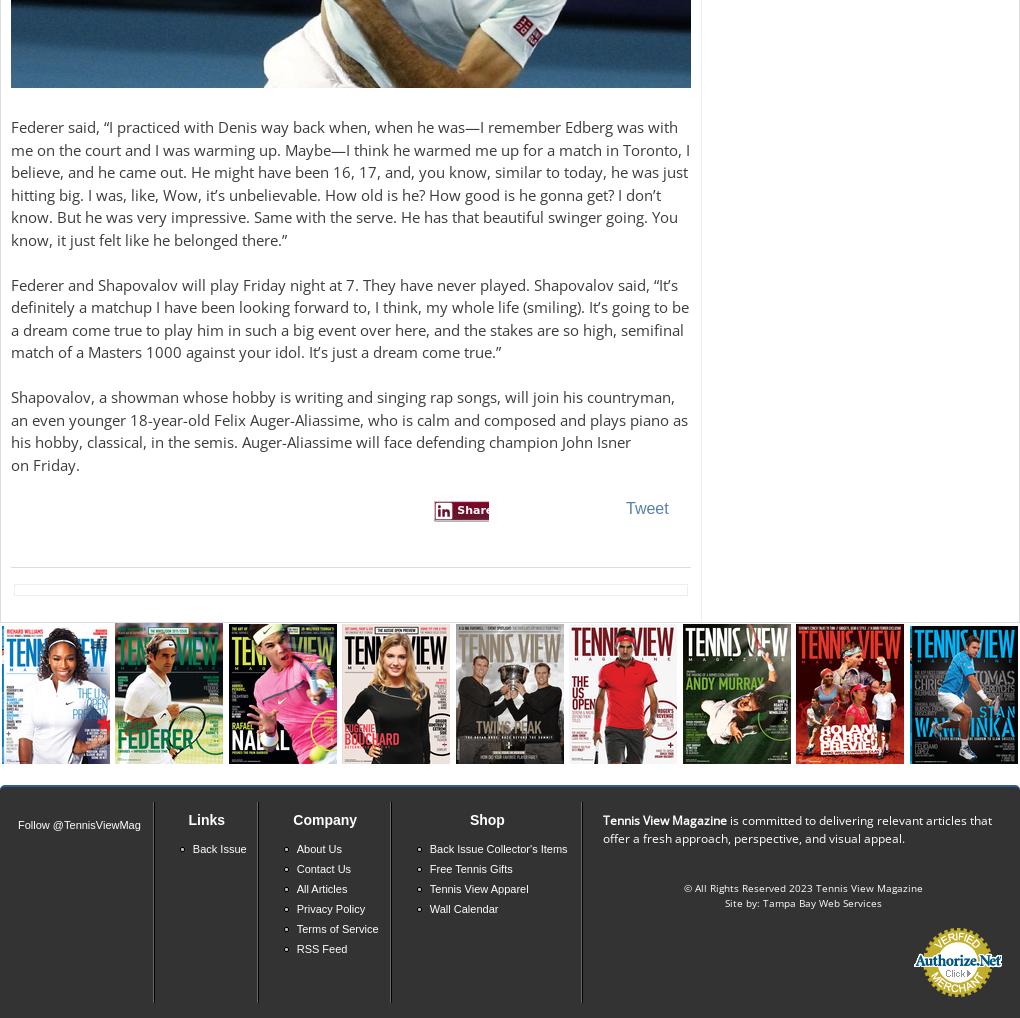  Describe the element at coordinates (624, 507) in the screenshot. I see `'Tweet'` at that location.